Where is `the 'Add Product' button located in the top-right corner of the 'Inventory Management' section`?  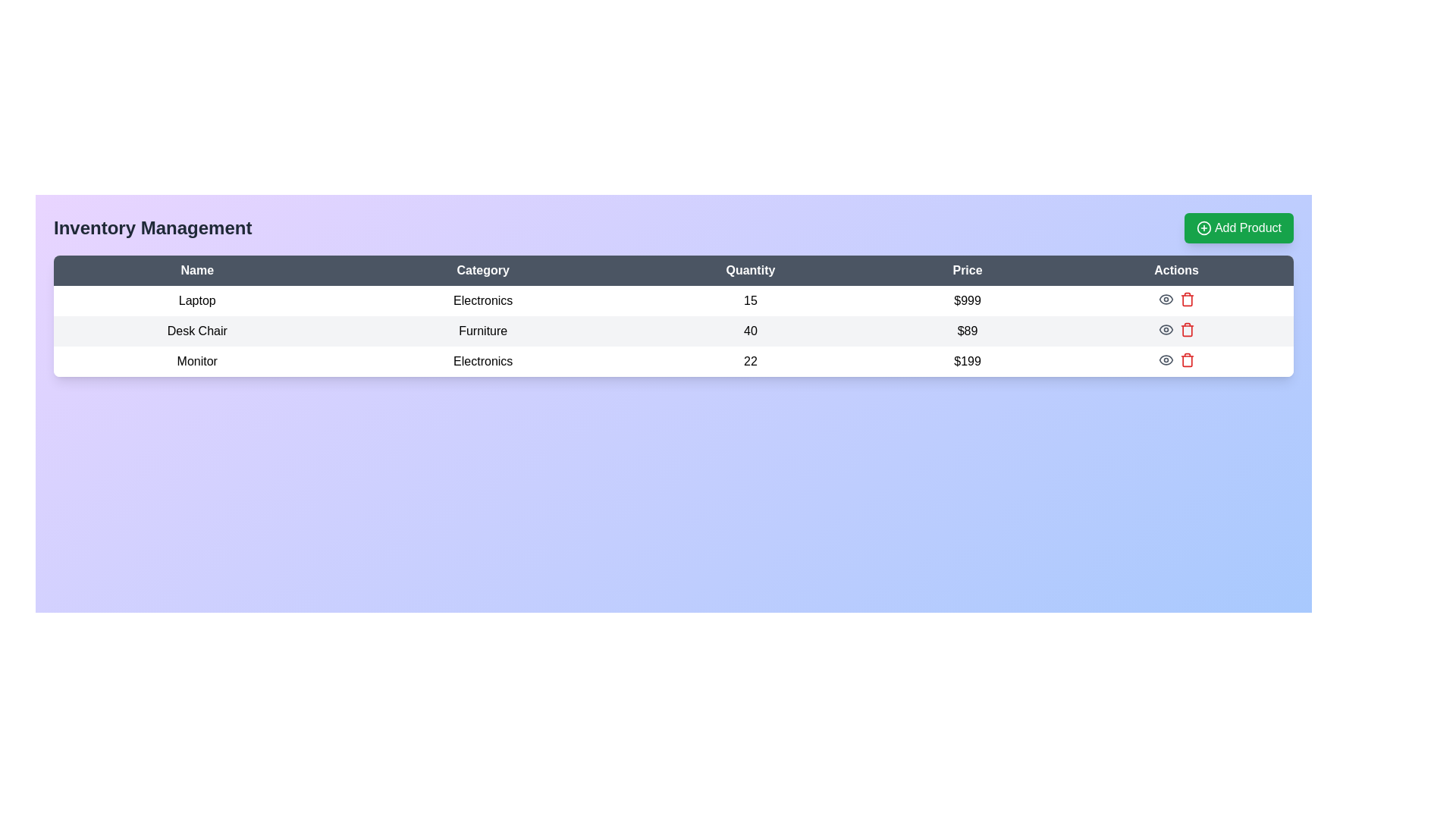
the 'Add Product' button located in the top-right corner of the 'Inventory Management' section is located at coordinates (1238, 227).